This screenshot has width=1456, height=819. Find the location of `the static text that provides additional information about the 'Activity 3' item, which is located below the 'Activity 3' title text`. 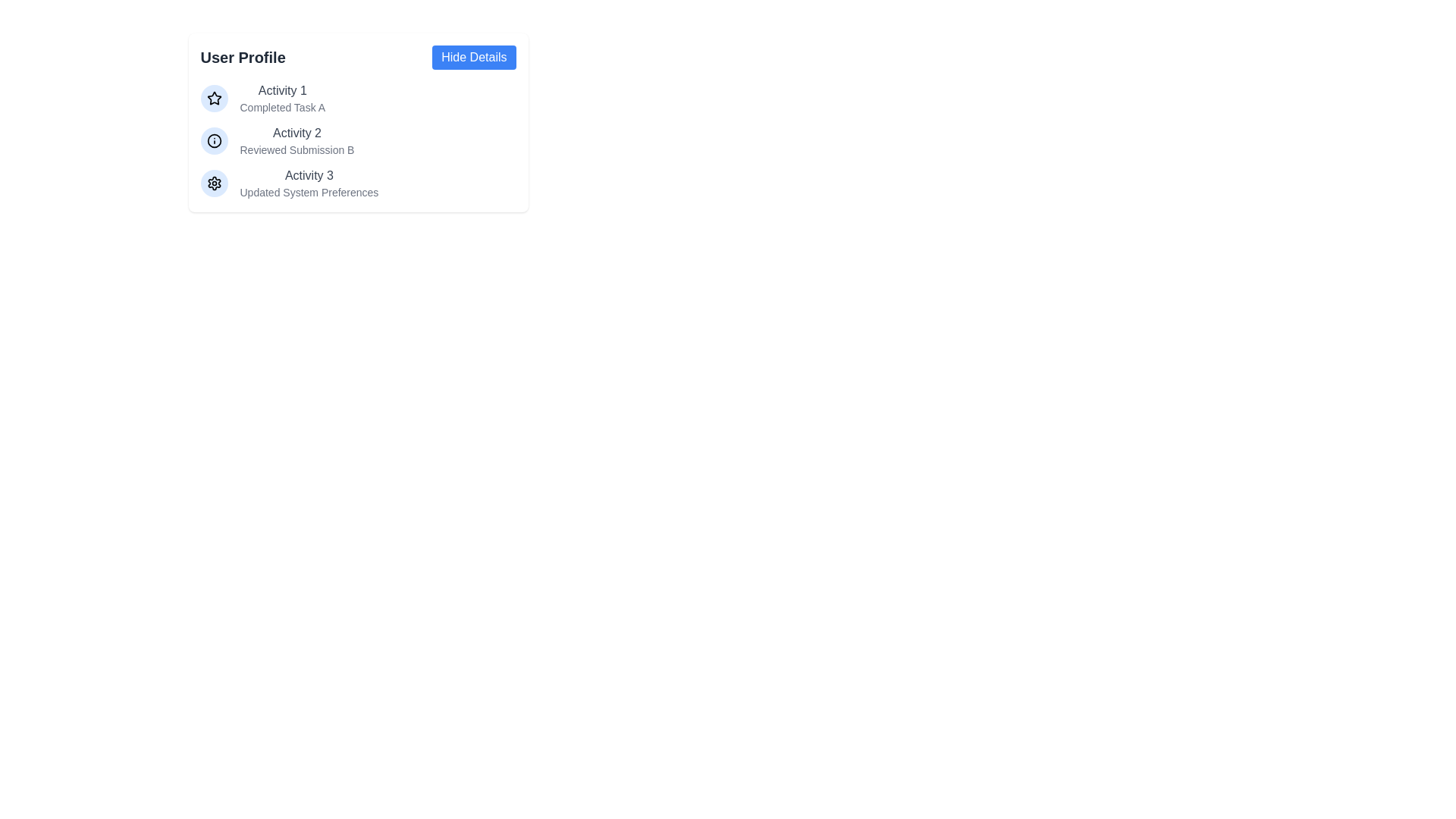

the static text that provides additional information about the 'Activity 3' item, which is located below the 'Activity 3' title text is located at coordinates (309, 192).